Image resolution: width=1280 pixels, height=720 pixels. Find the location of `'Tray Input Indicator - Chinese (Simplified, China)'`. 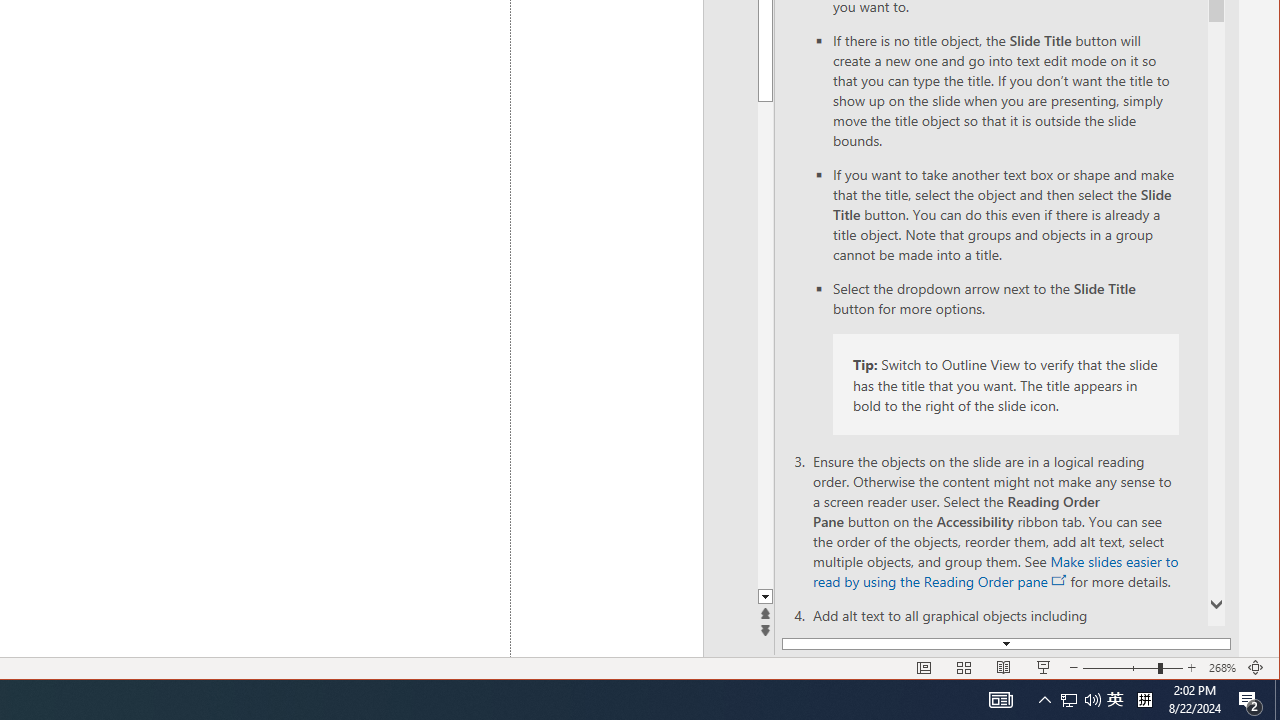

'Tray Input Indicator - Chinese (Simplified, China)' is located at coordinates (1144, 698).